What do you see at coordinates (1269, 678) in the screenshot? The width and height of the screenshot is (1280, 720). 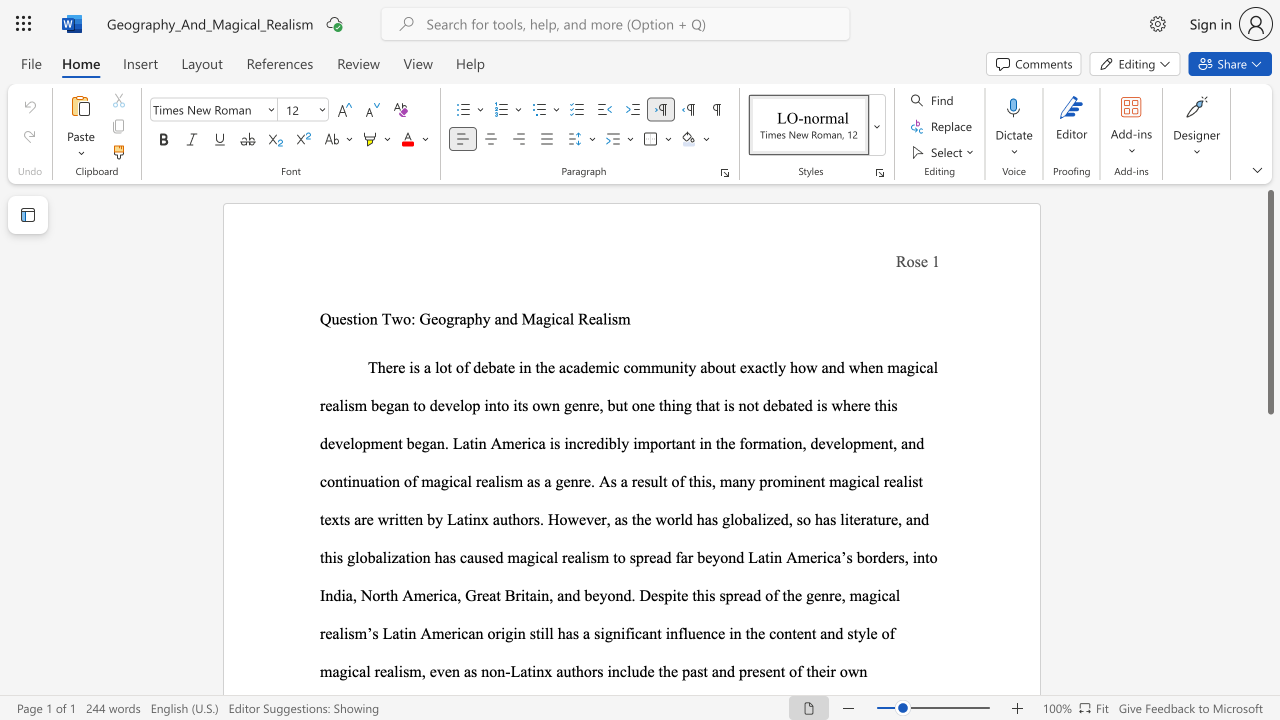 I see `the scrollbar to scroll downward` at bounding box center [1269, 678].